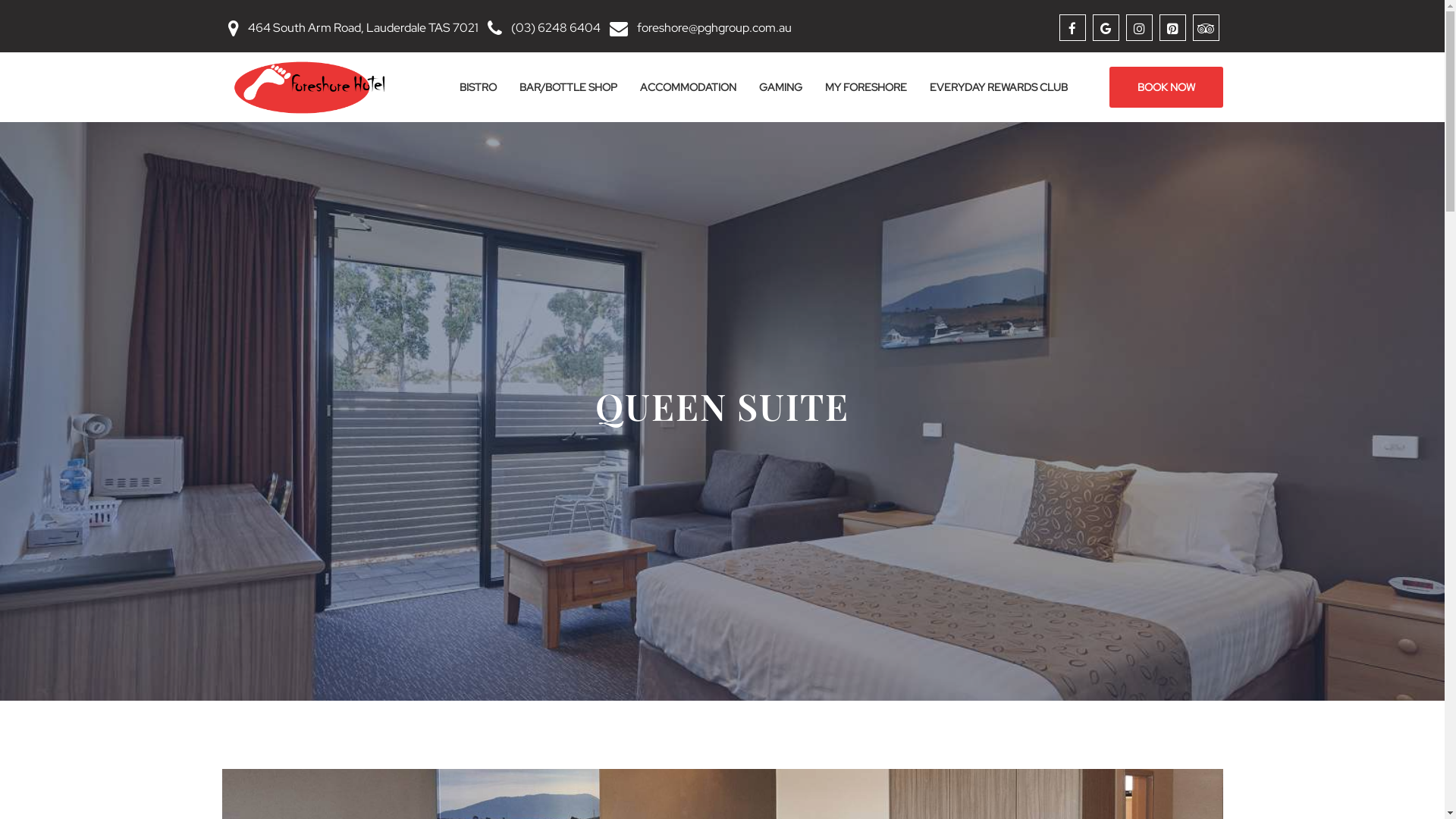 The width and height of the screenshot is (1456, 819). Describe the element at coordinates (1164, 87) in the screenshot. I see `'BOOK NOW'` at that location.